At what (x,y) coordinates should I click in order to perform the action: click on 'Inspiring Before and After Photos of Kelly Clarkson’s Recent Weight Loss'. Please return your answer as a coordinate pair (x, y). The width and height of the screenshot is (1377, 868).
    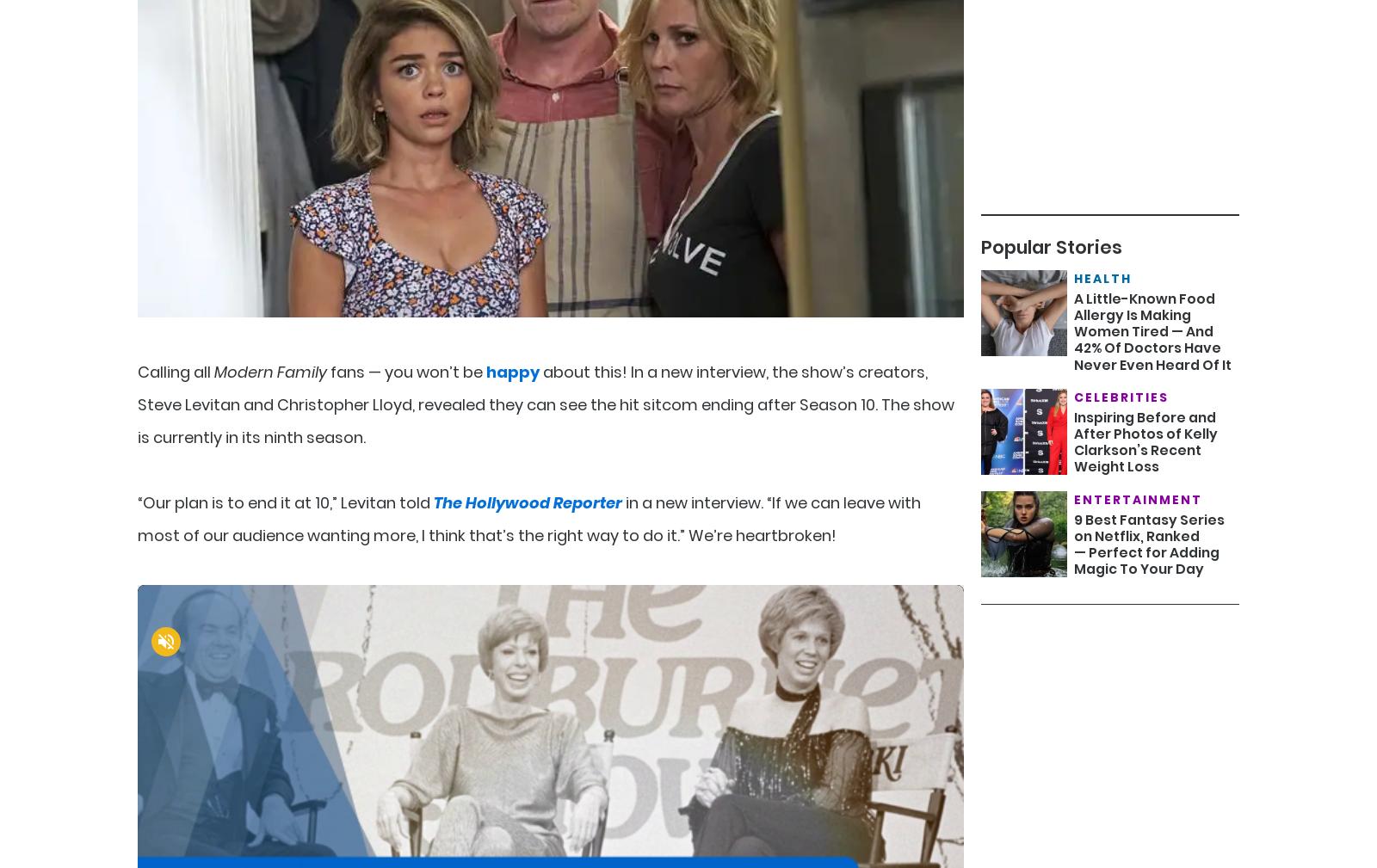
    Looking at the image, I should click on (1145, 441).